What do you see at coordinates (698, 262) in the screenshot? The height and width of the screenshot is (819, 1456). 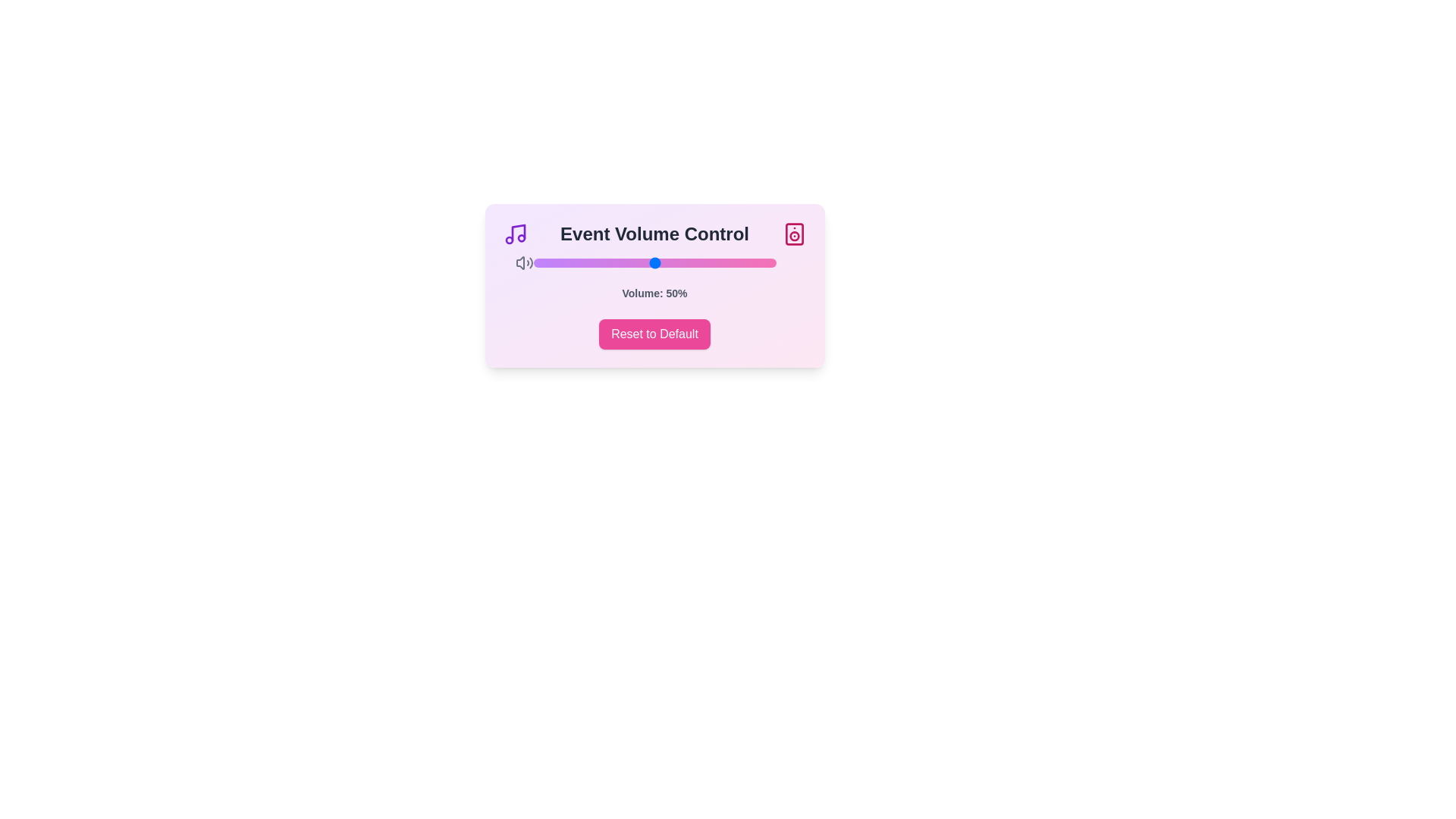 I see `the volume slider to set the volume to 68%` at bounding box center [698, 262].